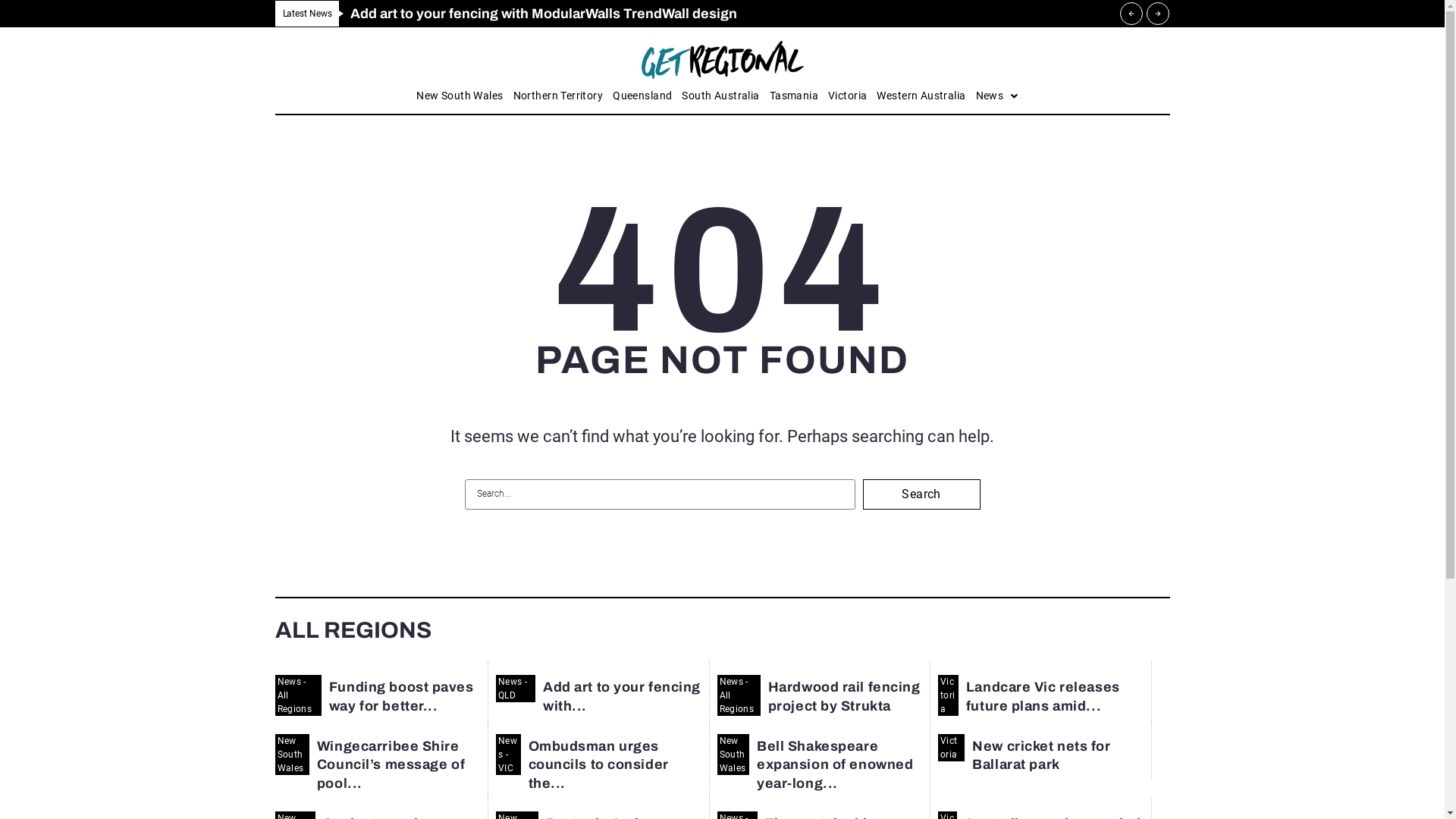  Describe the element at coordinates (997, 96) in the screenshot. I see `'News'` at that location.